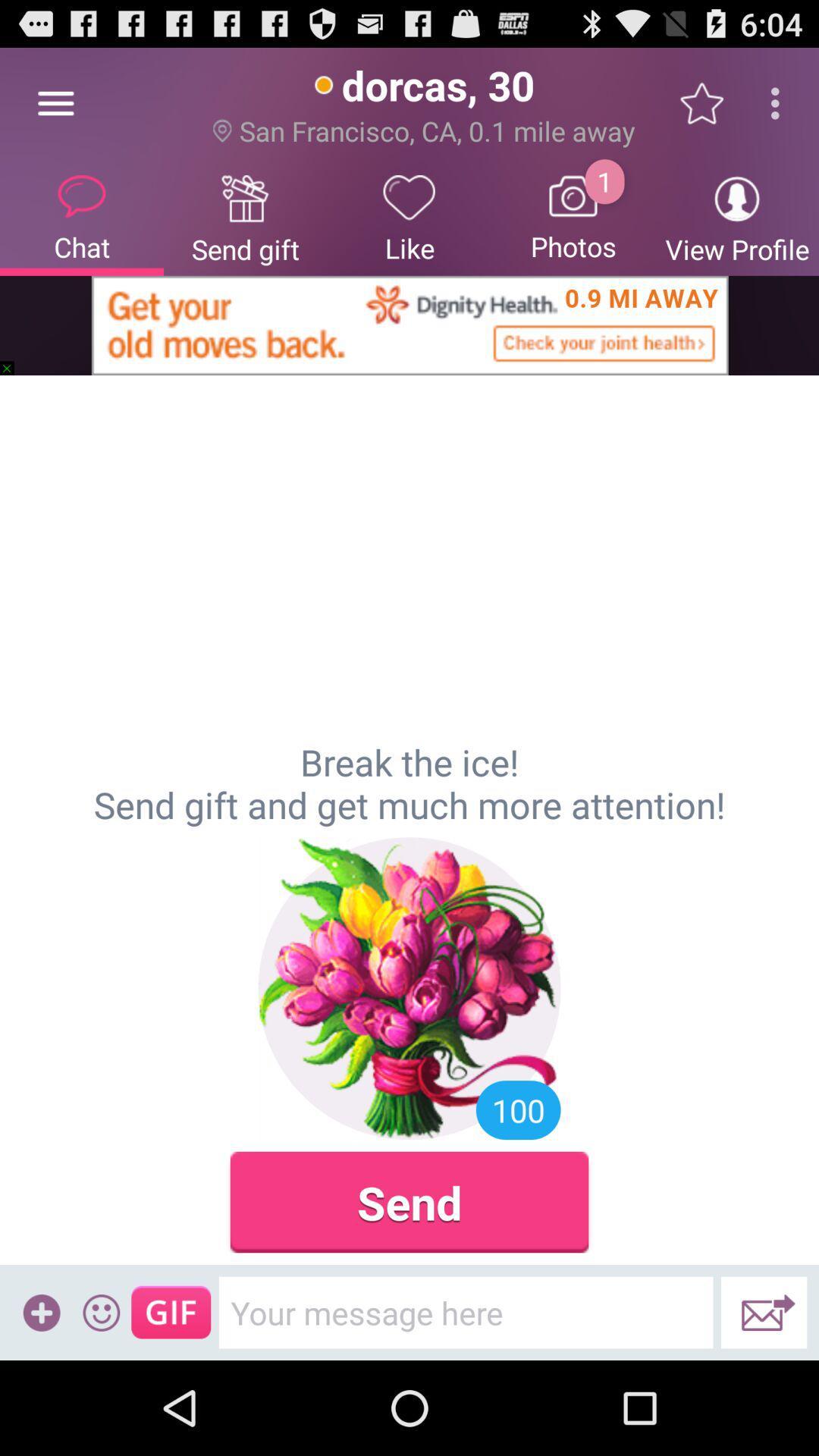 Image resolution: width=819 pixels, height=1456 pixels. I want to click on item below the chat item, so click(409, 325).